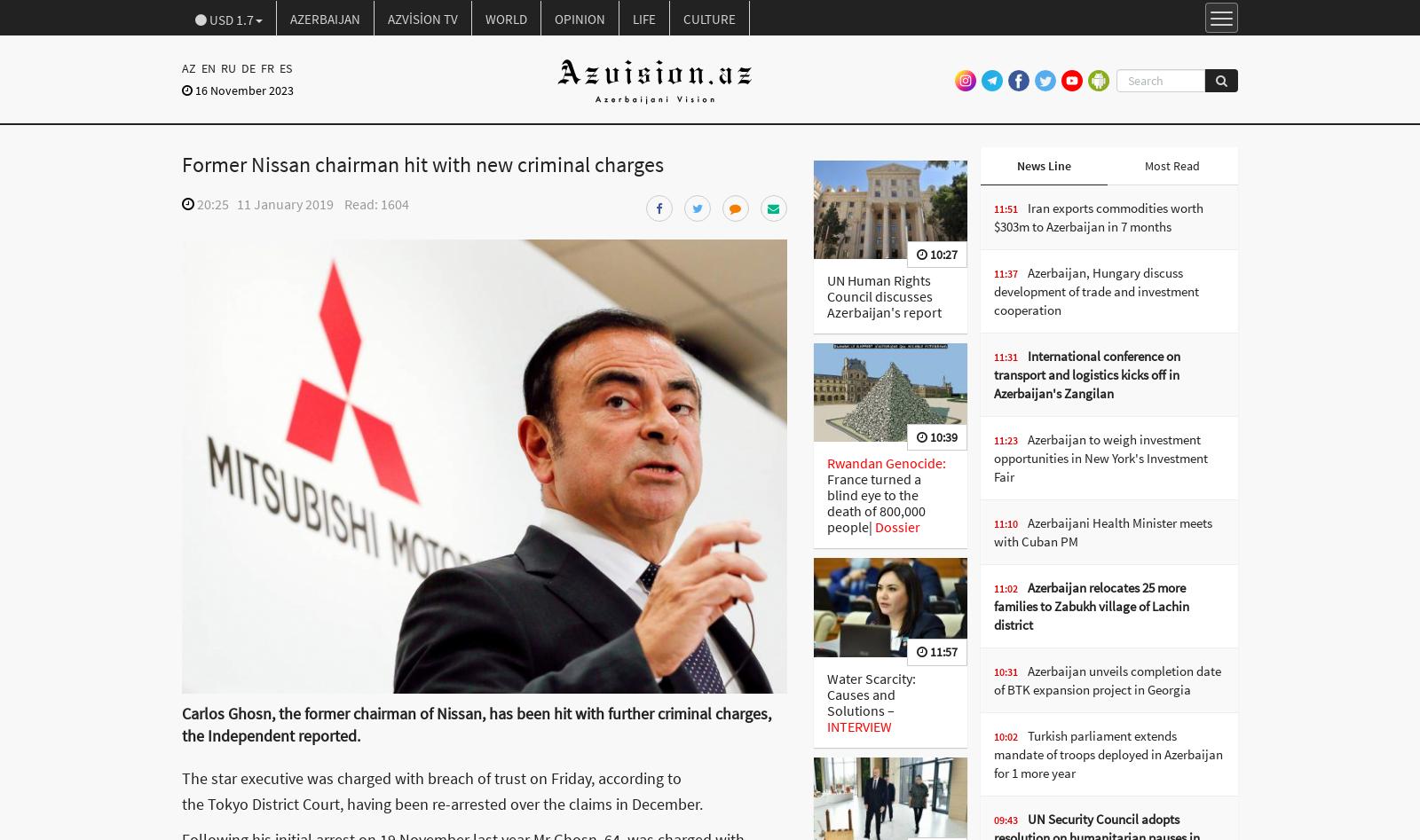 This screenshot has width=1420, height=840. Describe the element at coordinates (993, 216) in the screenshot. I see `'Iran exports commodities worth $303m to Azerbaijan in 7 months'` at that location.